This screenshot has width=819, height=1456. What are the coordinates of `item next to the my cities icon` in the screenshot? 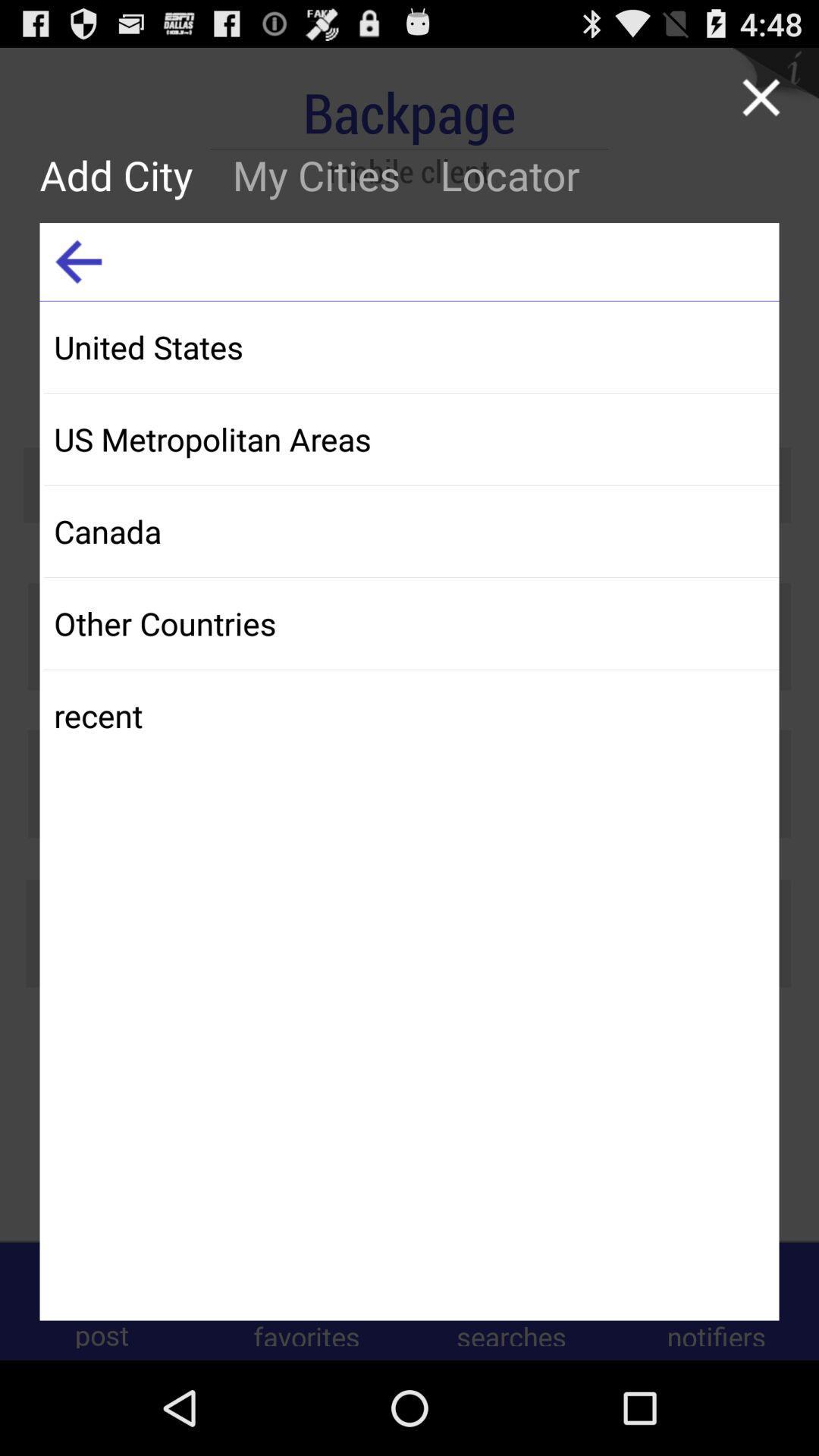 It's located at (510, 174).